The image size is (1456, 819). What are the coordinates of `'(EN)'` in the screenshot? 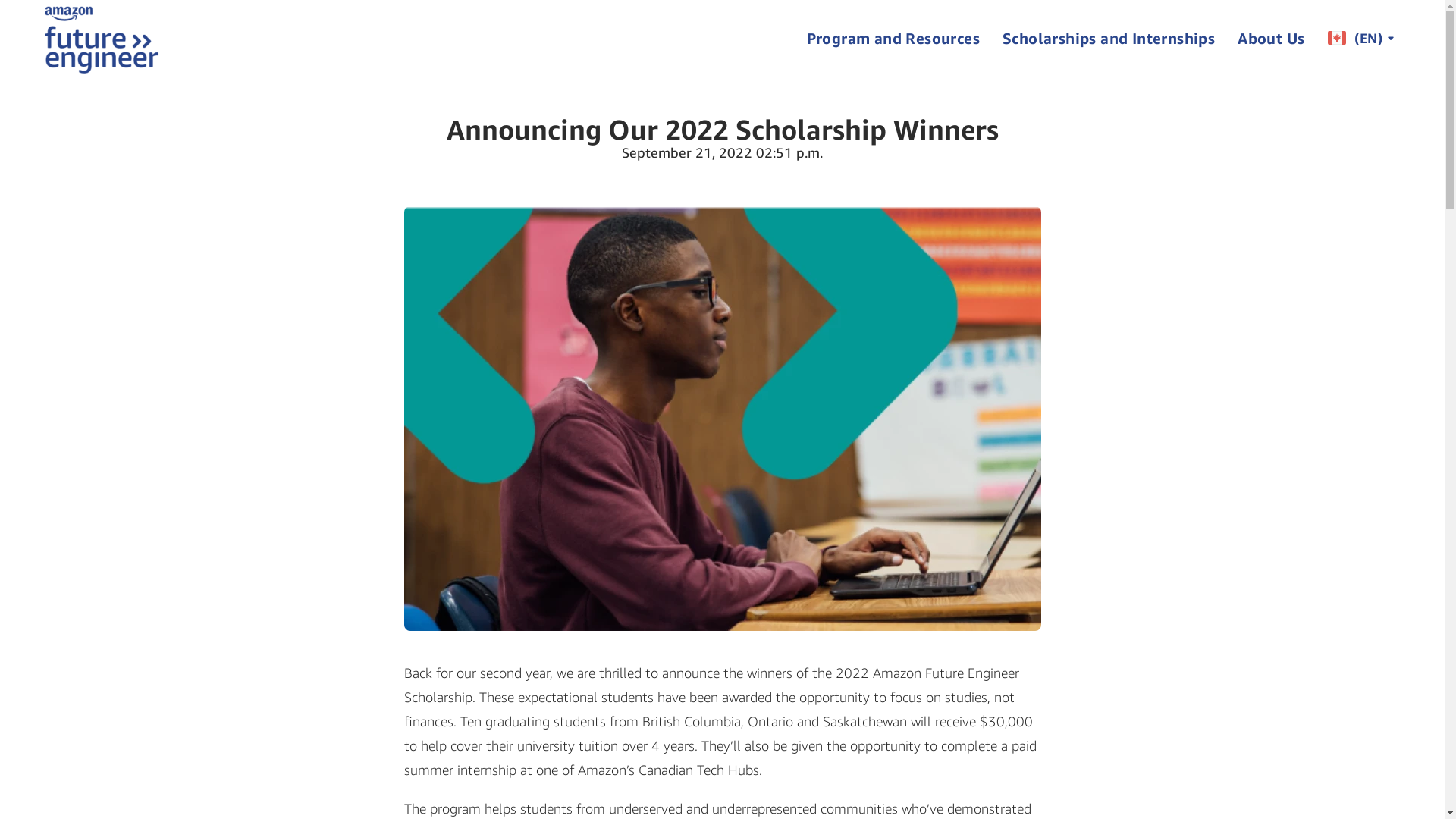 It's located at (1314, 37).